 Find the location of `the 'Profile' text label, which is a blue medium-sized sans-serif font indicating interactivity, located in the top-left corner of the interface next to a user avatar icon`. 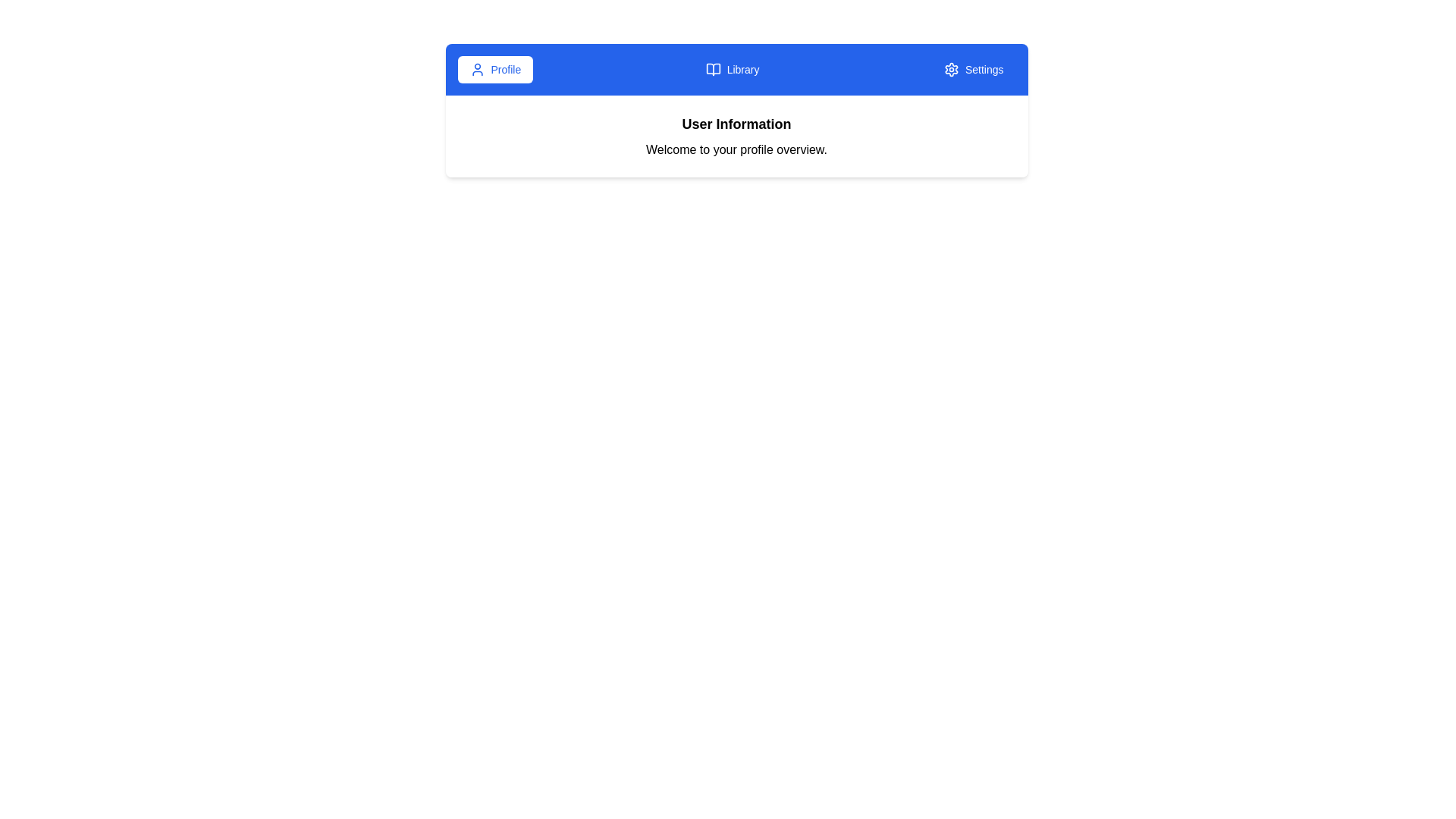

the 'Profile' text label, which is a blue medium-sized sans-serif font indicating interactivity, located in the top-left corner of the interface next to a user avatar icon is located at coordinates (506, 70).